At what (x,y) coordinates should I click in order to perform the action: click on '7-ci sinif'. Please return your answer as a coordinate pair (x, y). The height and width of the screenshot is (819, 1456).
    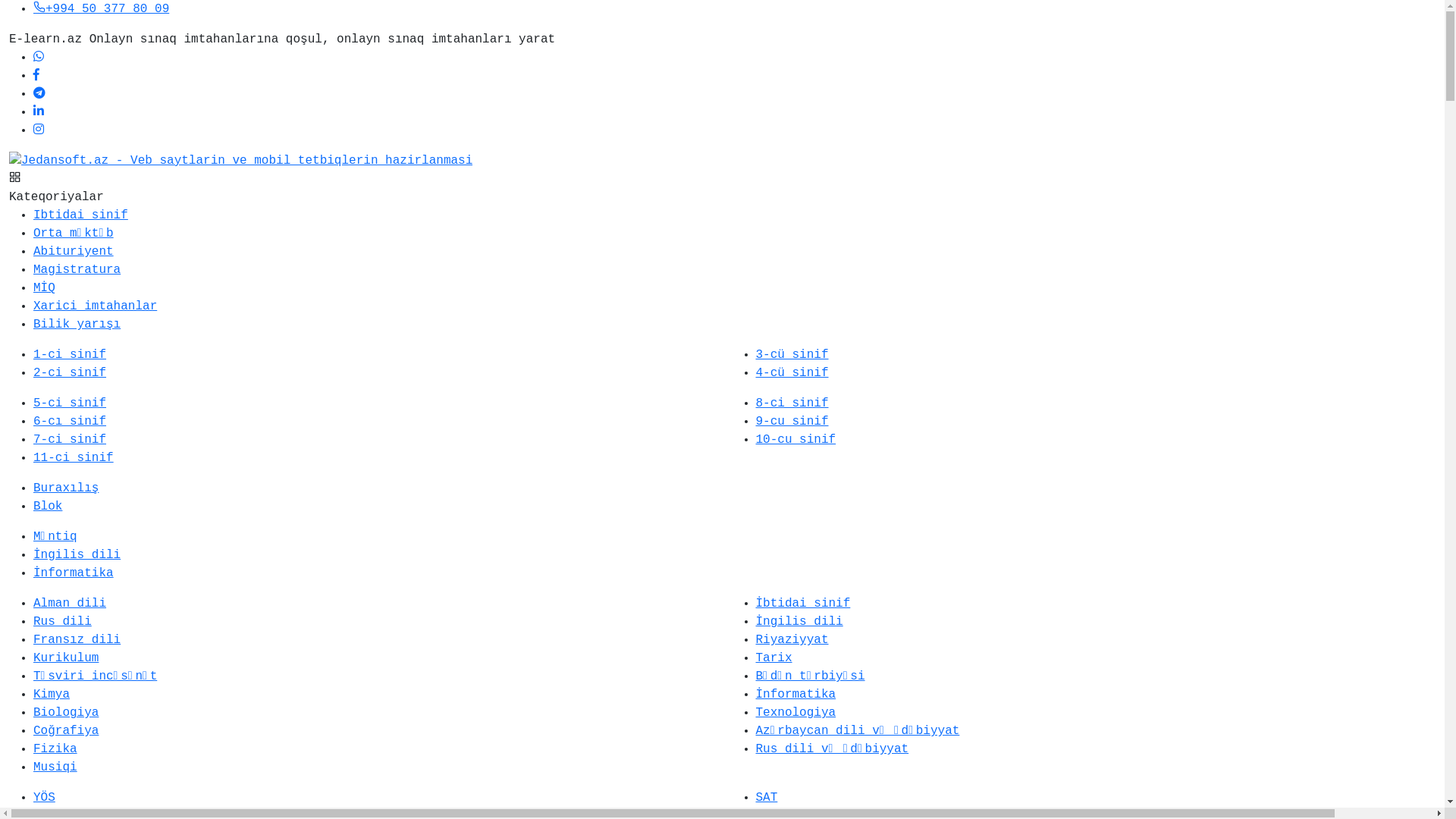
    Looking at the image, I should click on (68, 439).